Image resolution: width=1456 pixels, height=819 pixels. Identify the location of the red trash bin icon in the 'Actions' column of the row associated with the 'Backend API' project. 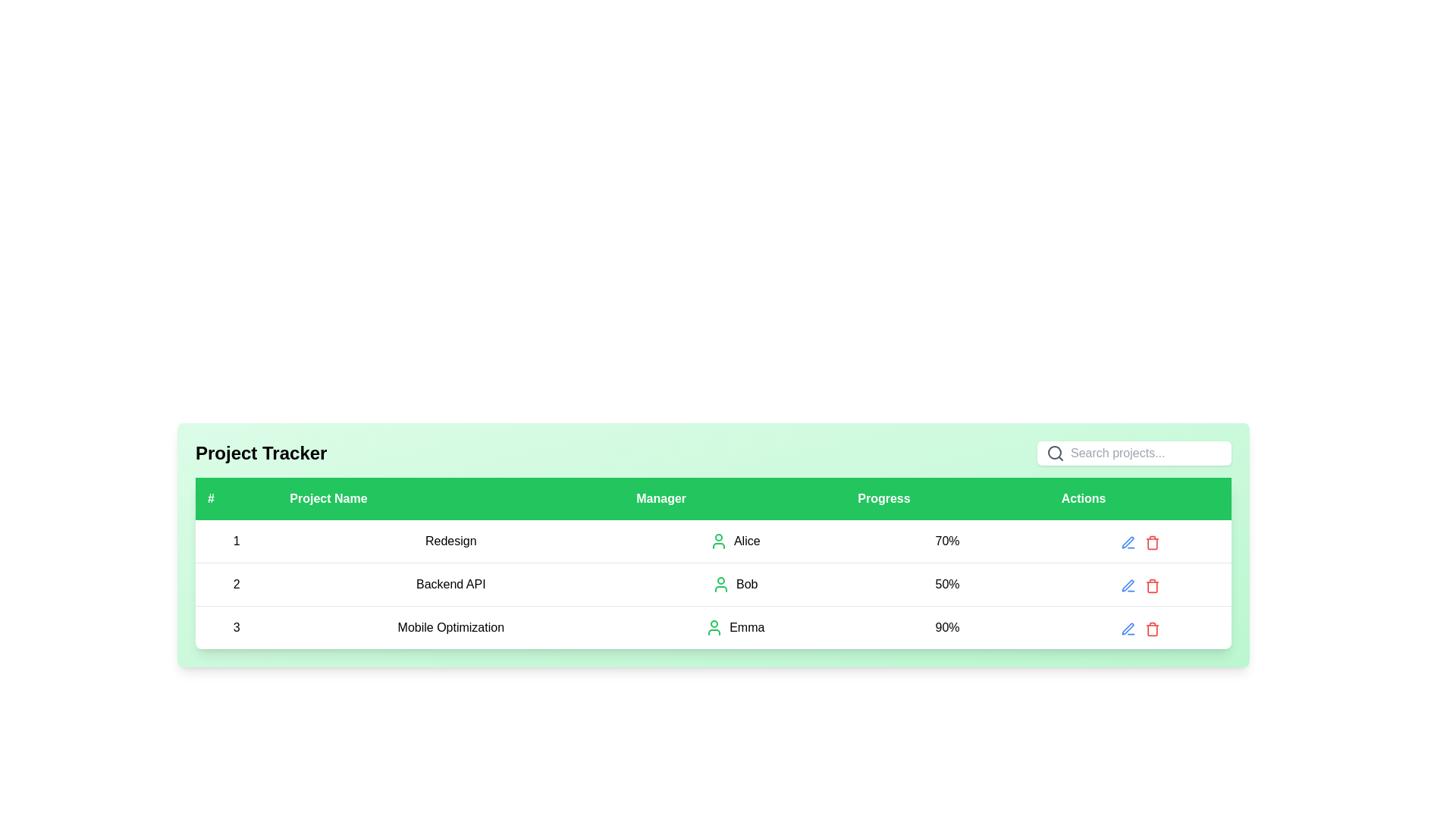
(1140, 585).